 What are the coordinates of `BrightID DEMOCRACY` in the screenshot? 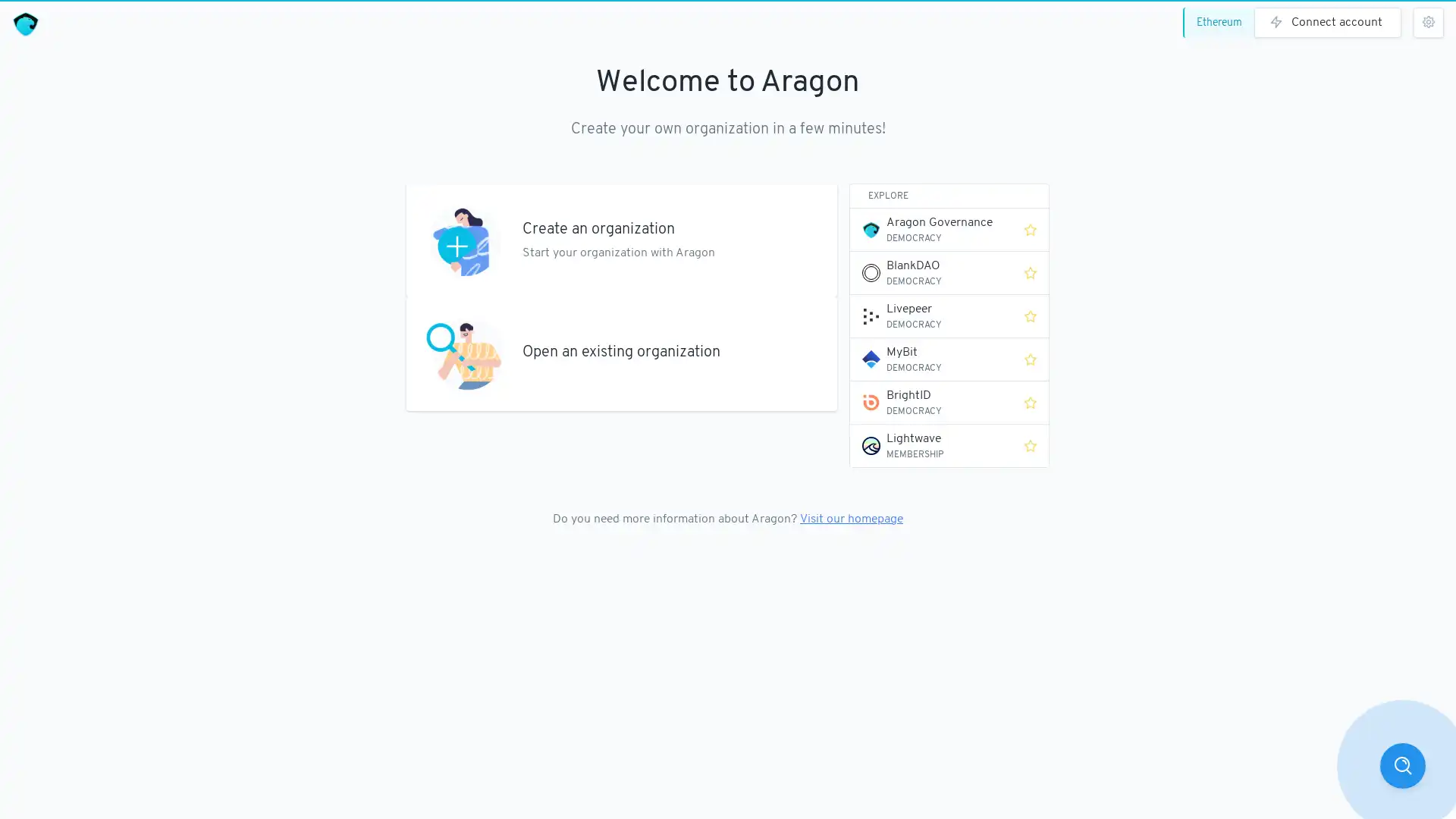 It's located at (930, 402).